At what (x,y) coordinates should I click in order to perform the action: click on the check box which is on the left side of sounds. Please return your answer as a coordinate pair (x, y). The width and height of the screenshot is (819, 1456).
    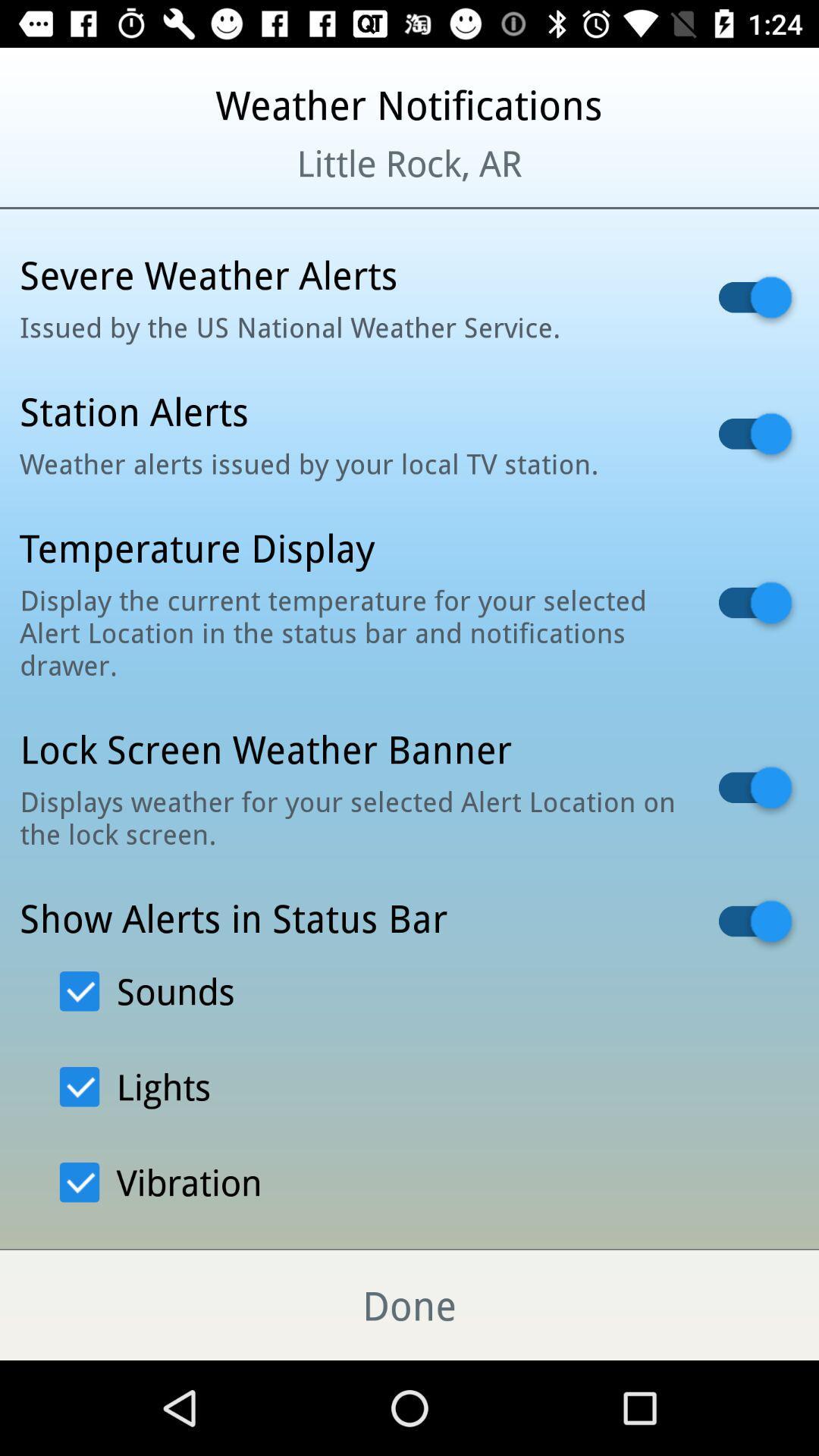
    Looking at the image, I should click on (147, 990).